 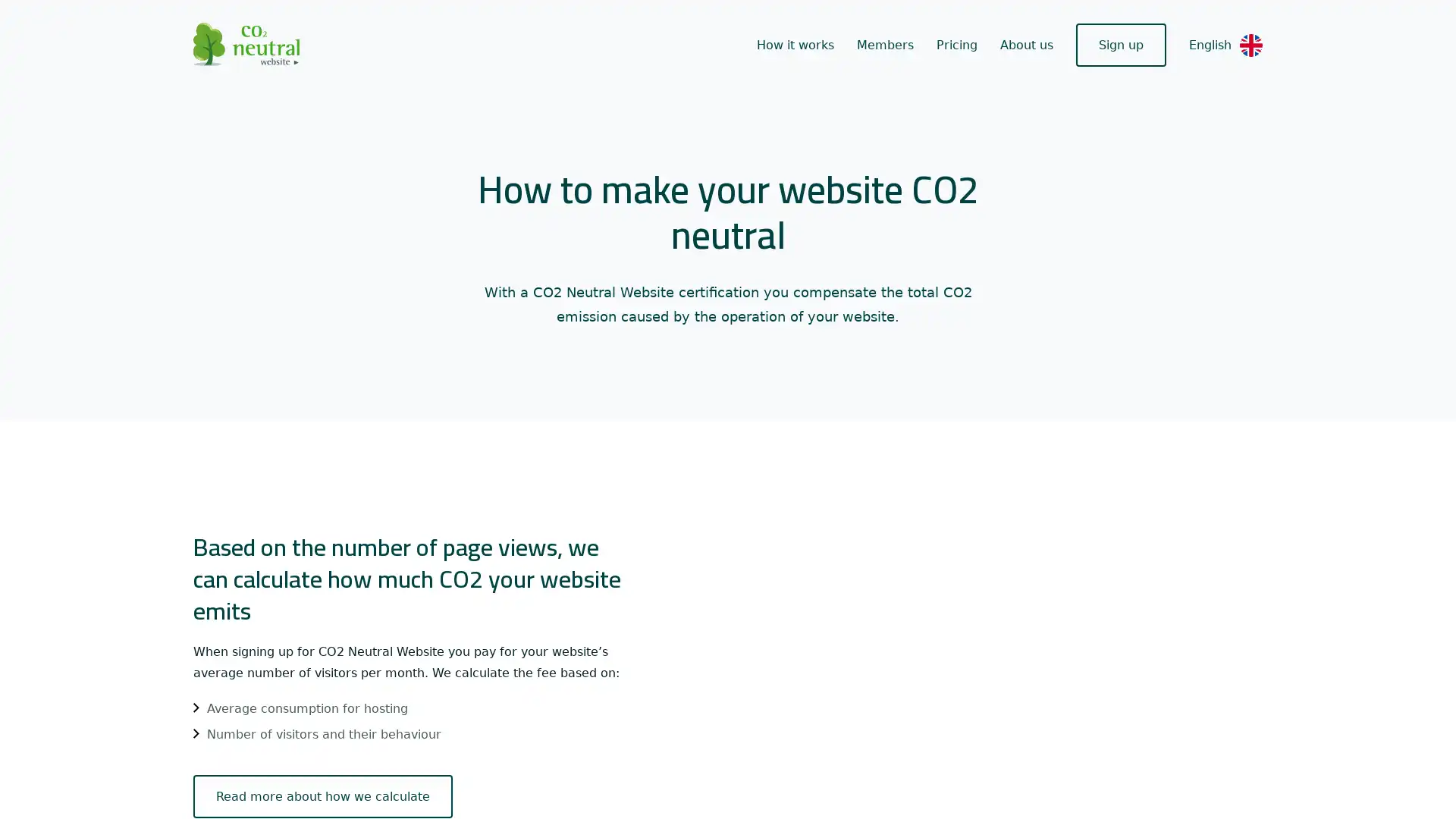 What do you see at coordinates (311, 795) in the screenshot?
I see `Read more about how we calculate` at bounding box center [311, 795].